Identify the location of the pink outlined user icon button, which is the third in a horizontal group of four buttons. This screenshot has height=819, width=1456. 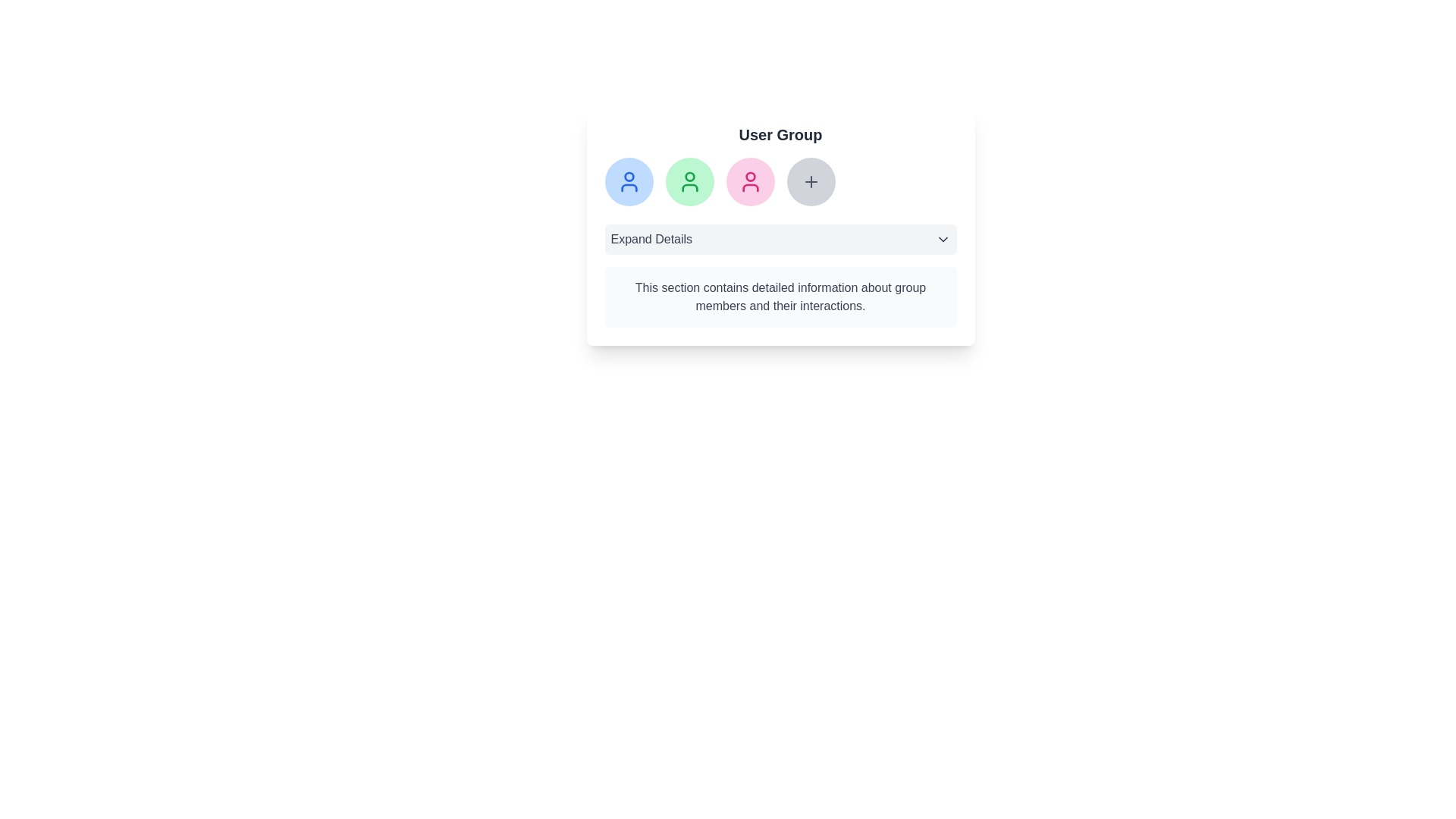
(750, 180).